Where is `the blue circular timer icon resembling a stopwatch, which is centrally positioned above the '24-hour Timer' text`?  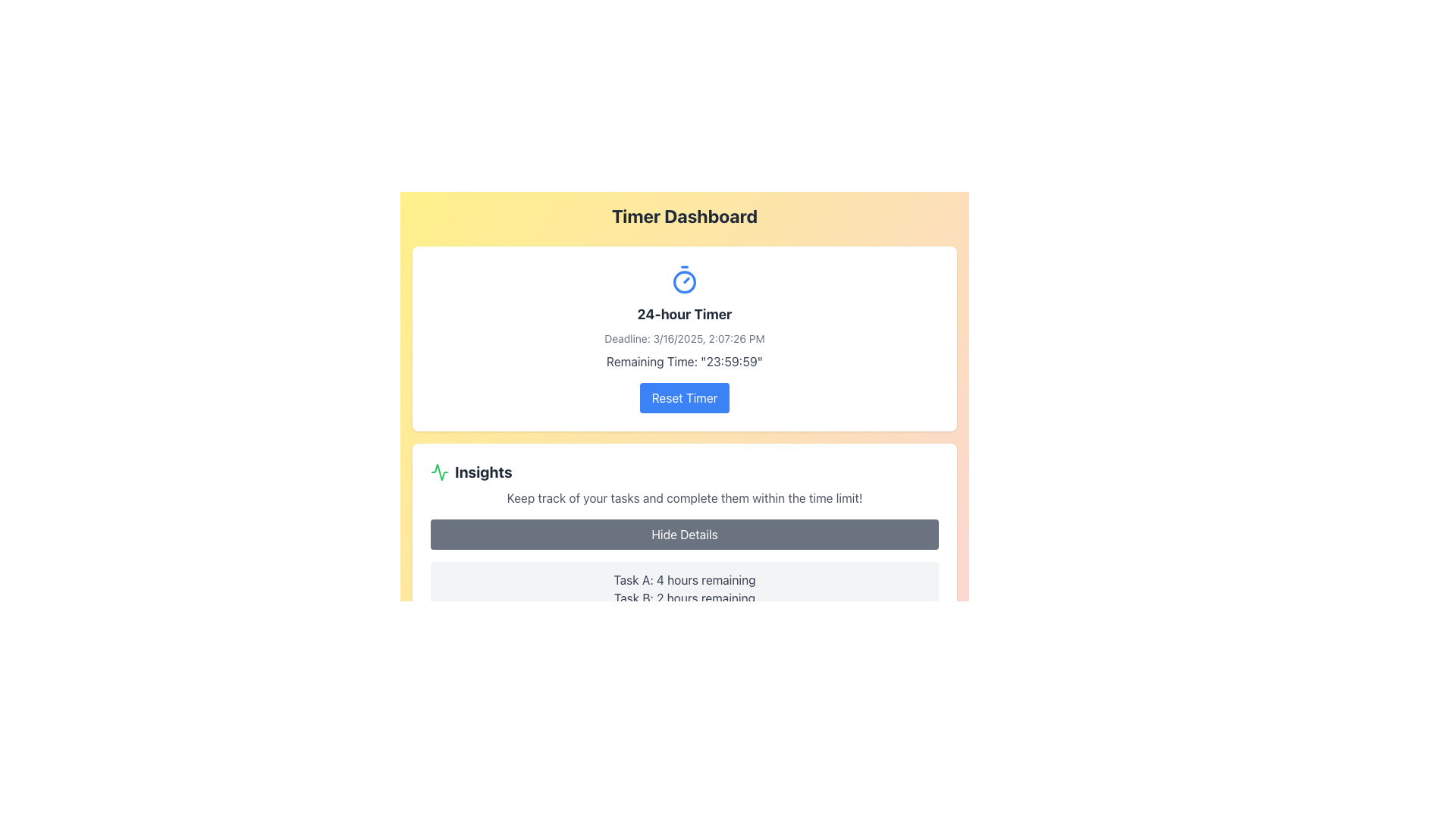 the blue circular timer icon resembling a stopwatch, which is centrally positioned above the '24-hour Timer' text is located at coordinates (683, 280).